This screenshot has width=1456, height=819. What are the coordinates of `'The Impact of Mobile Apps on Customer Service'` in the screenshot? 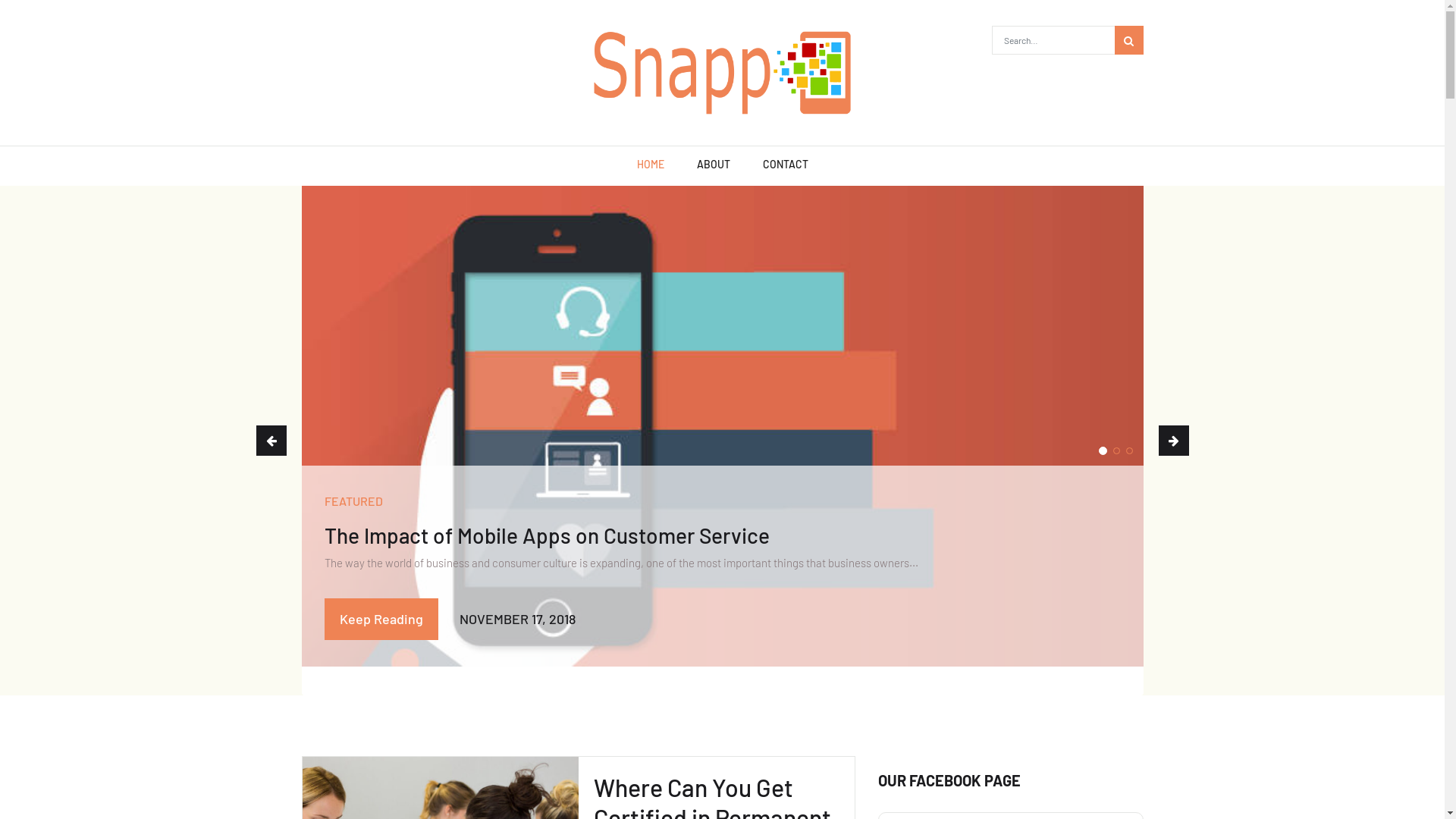 It's located at (546, 534).